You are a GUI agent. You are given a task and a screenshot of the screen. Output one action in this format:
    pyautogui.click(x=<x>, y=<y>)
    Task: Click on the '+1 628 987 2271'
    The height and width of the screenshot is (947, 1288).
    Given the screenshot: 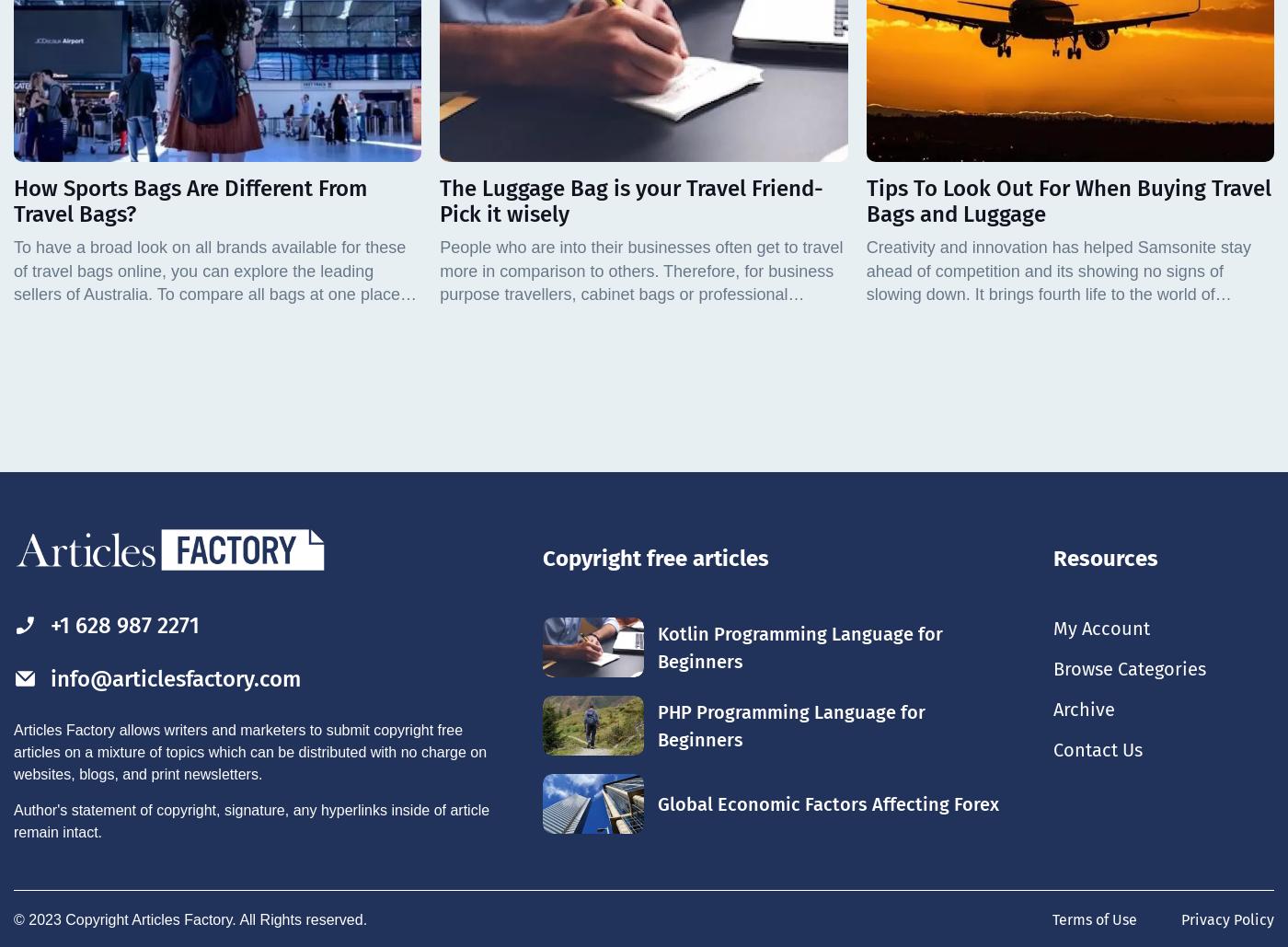 What is the action you would take?
    pyautogui.click(x=124, y=624)
    